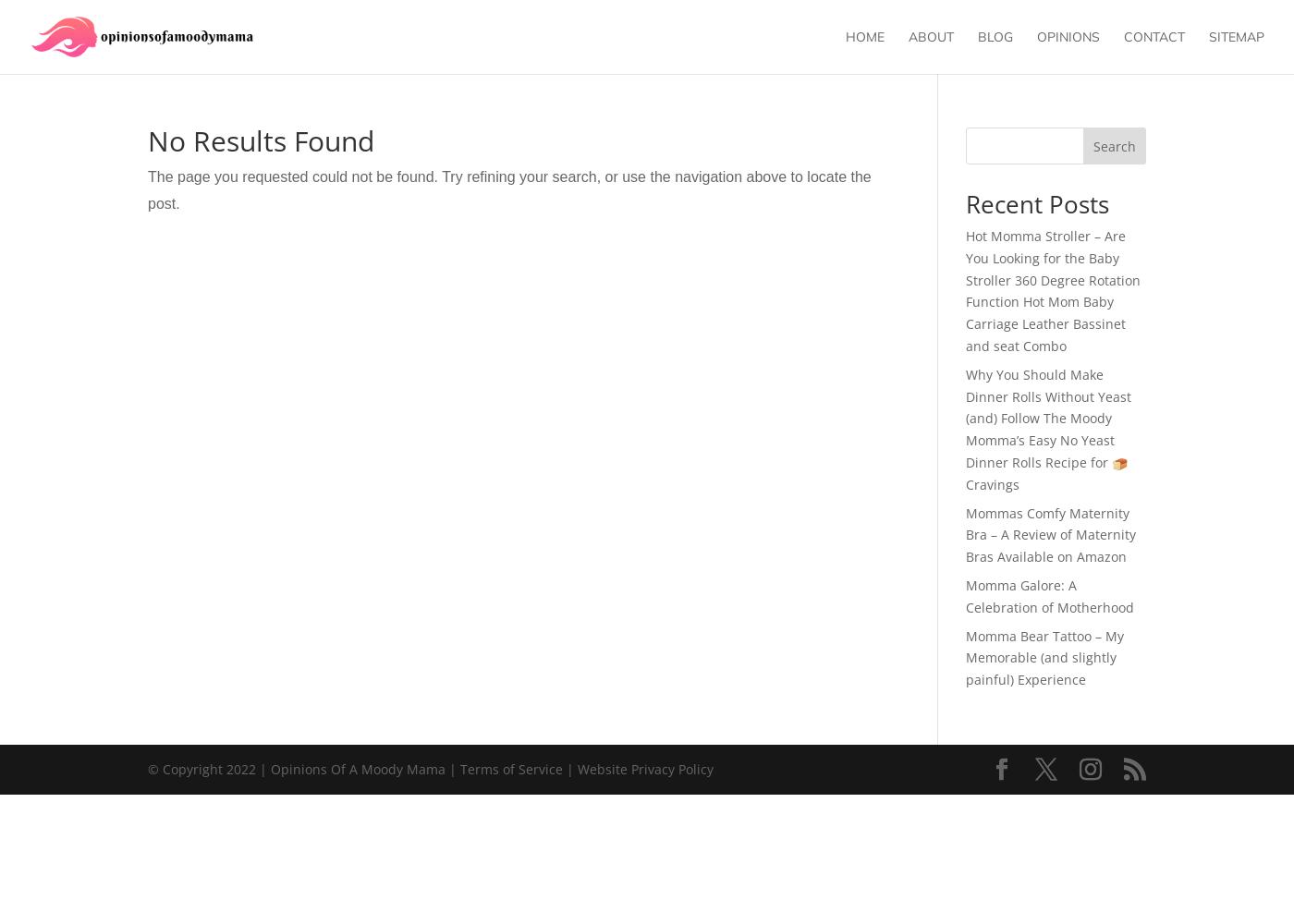 The height and width of the screenshot is (924, 1294). I want to click on 'Why You Should Make Dinner Rolls Without Yeast (and) Follow The Moody Momma’s Easy No Yeast Dinner Rolls Recipe for 🍞 Cravings', so click(964, 428).